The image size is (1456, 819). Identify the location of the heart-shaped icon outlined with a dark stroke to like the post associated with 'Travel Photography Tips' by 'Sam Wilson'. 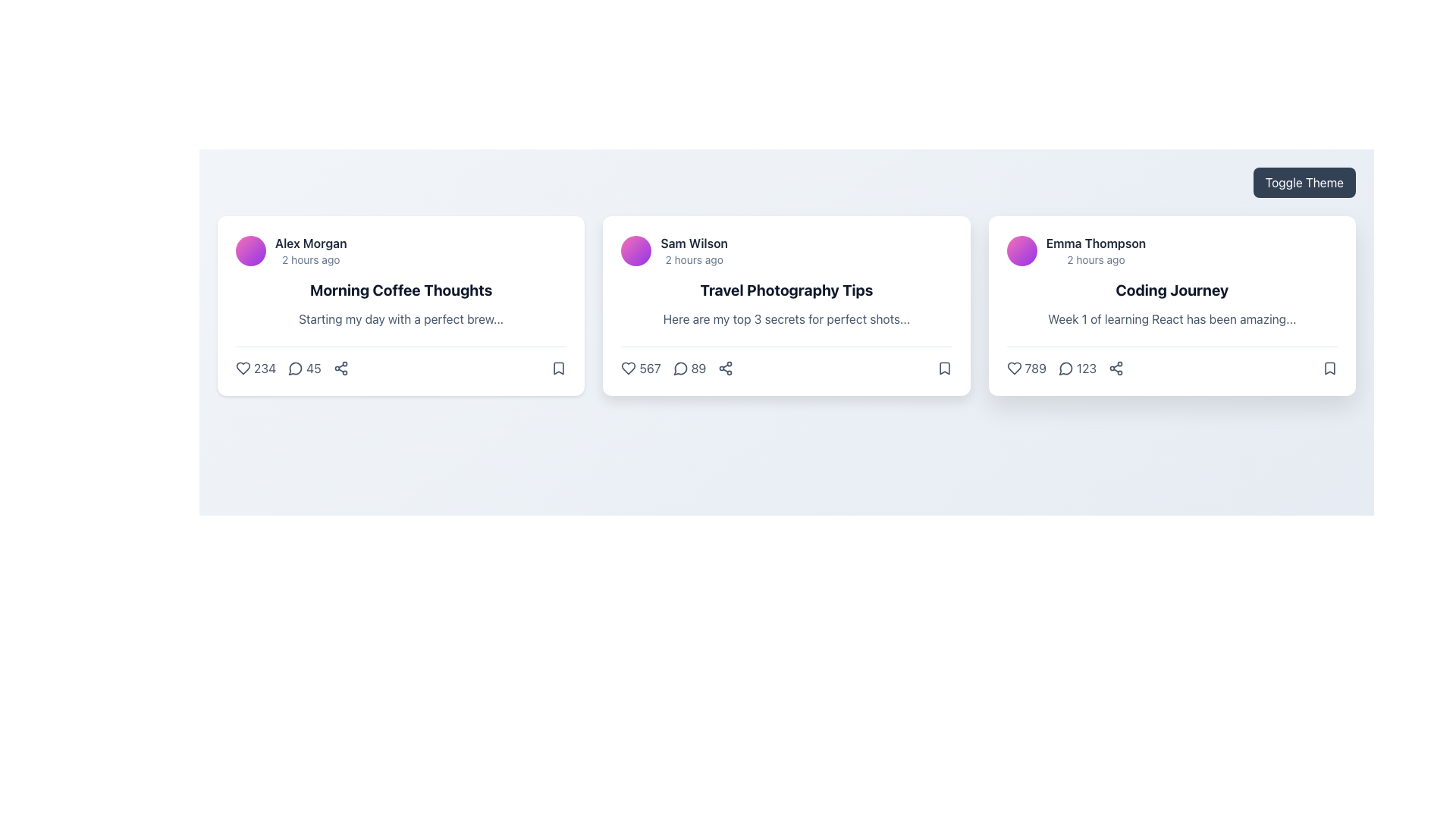
(629, 369).